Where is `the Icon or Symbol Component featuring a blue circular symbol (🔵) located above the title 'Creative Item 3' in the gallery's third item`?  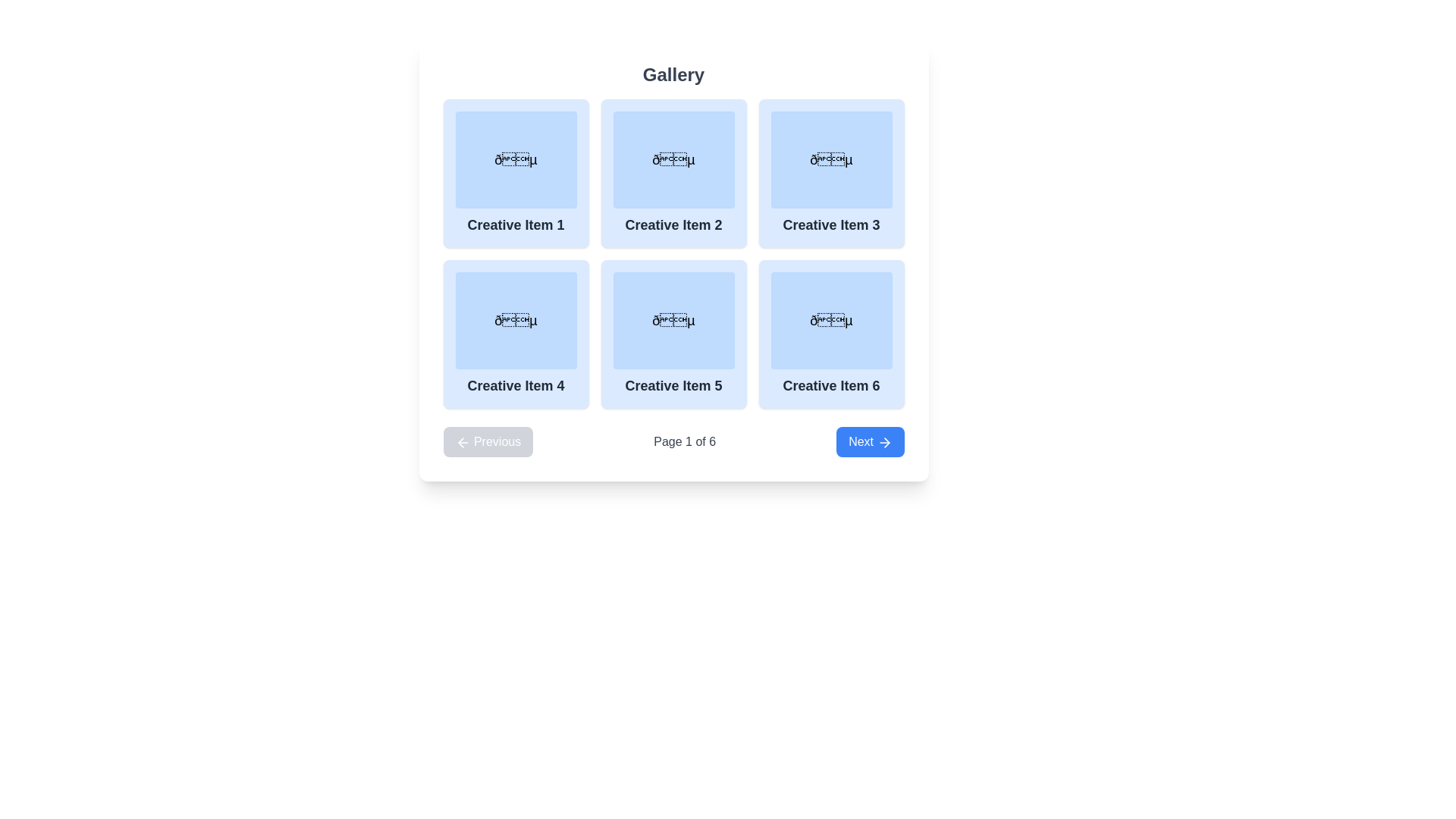 the Icon or Symbol Component featuring a blue circular symbol (🔵) located above the title 'Creative Item 3' in the gallery's third item is located at coordinates (830, 160).